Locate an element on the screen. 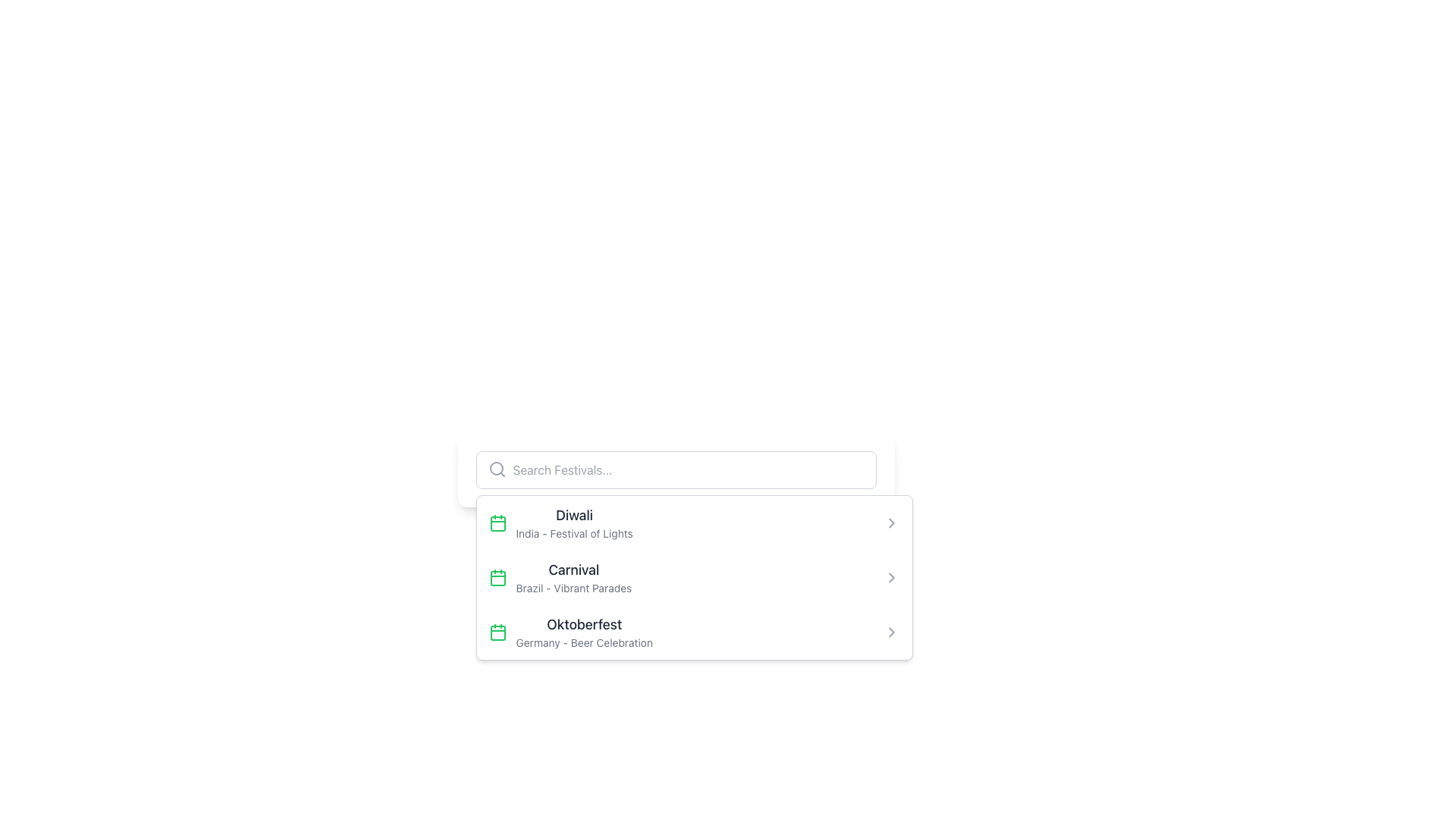 This screenshot has width=1456, height=819. the text label for the festival 'Carnival', which serves as the primary identifier for the associated content is located at coordinates (573, 570).